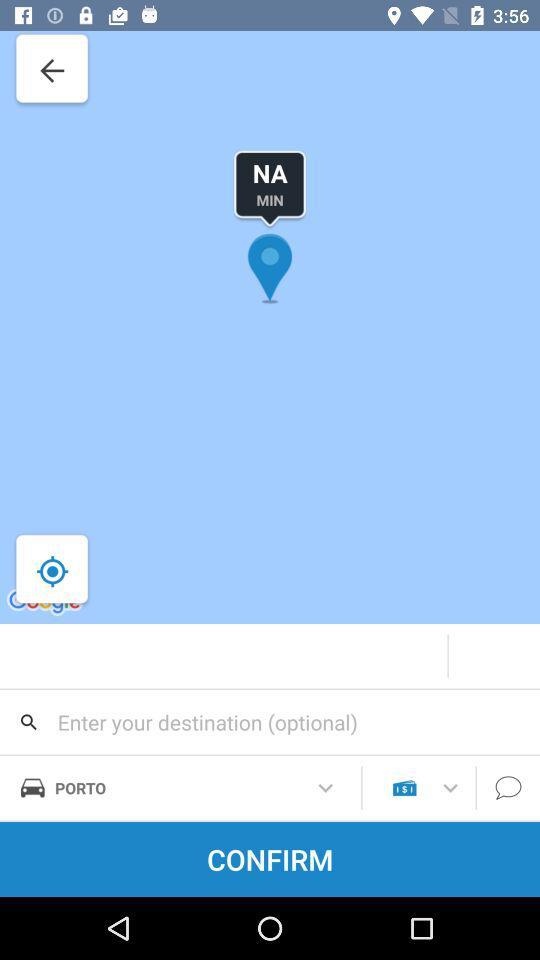 The width and height of the screenshot is (540, 960). Describe the element at coordinates (508, 788) in the screenshot. I see `open conversation` at that location.